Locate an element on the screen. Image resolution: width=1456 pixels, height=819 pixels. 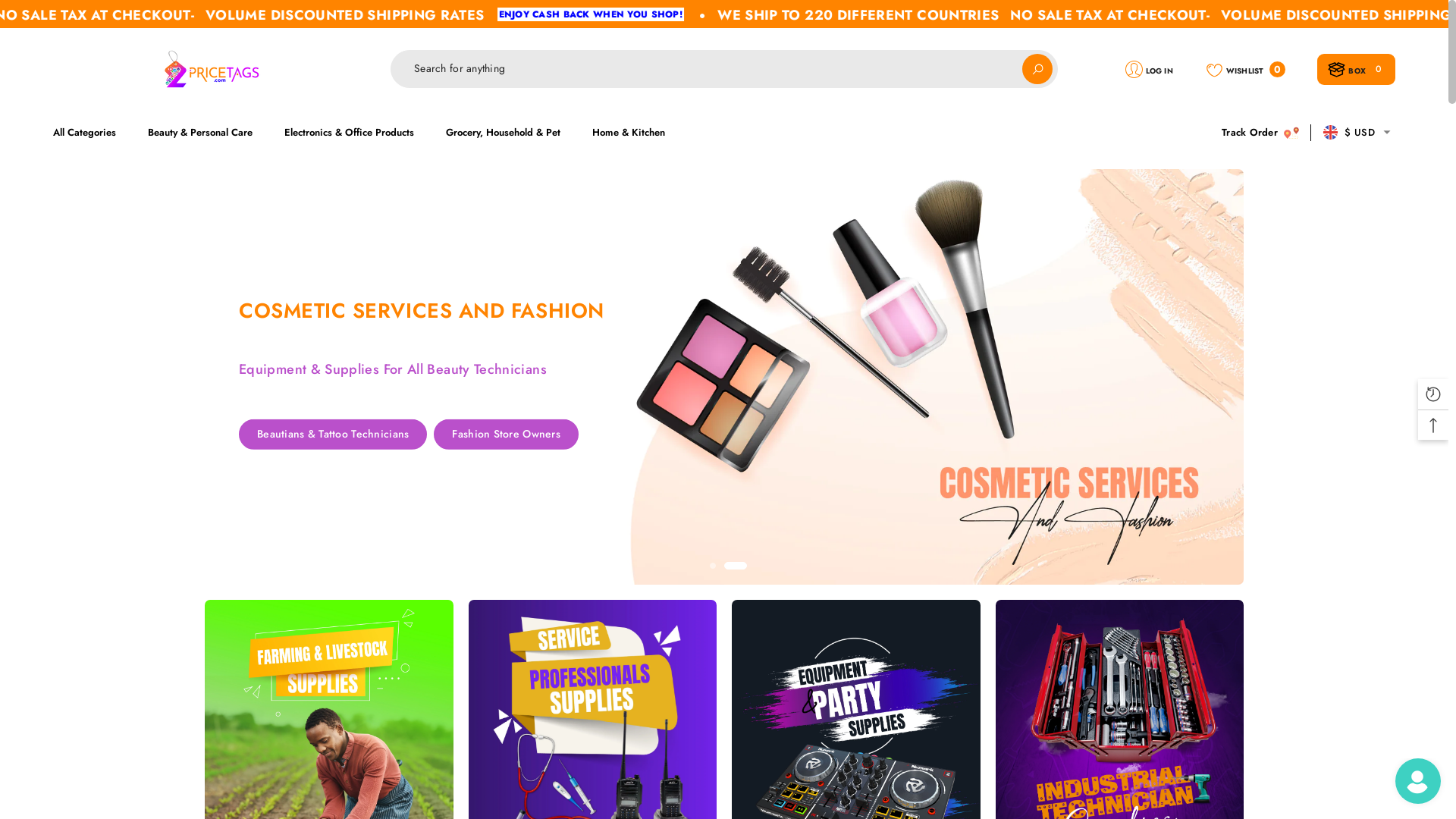
'Fashion Store Owners' is located at coordinates (506, 463).